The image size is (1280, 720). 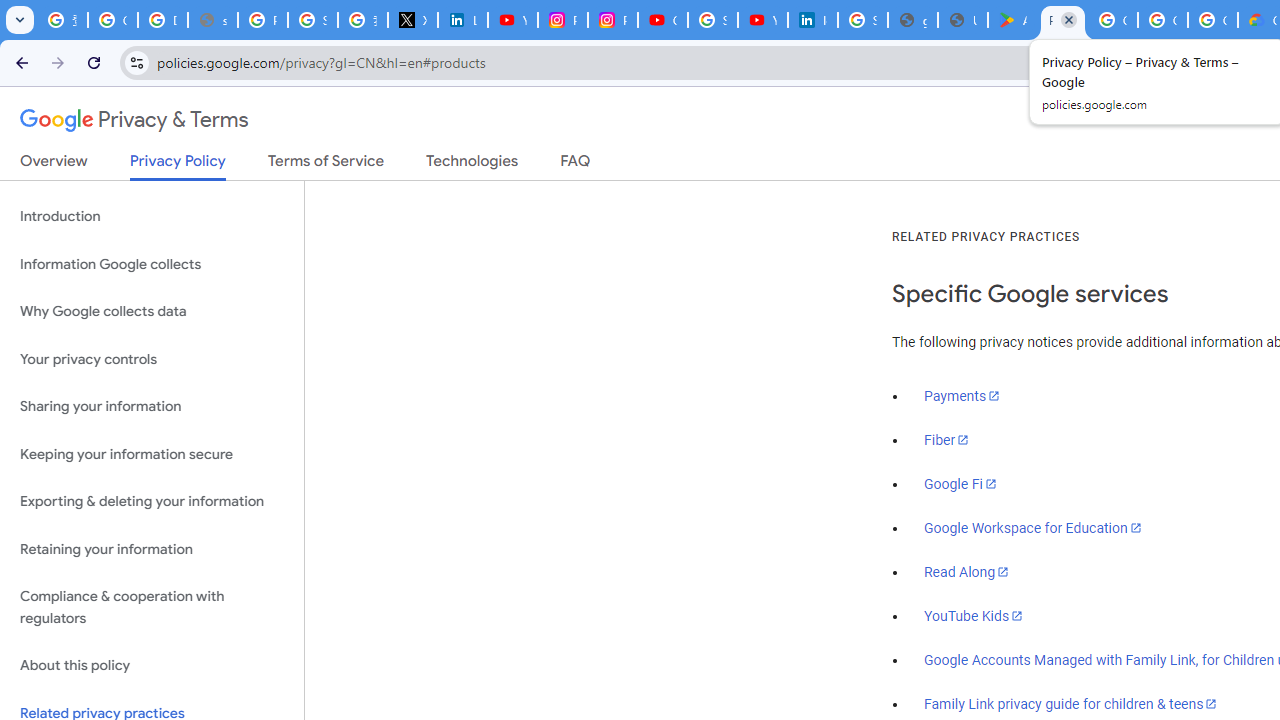 I want to click on 'Sharing your information', so click(x=151, y=406).